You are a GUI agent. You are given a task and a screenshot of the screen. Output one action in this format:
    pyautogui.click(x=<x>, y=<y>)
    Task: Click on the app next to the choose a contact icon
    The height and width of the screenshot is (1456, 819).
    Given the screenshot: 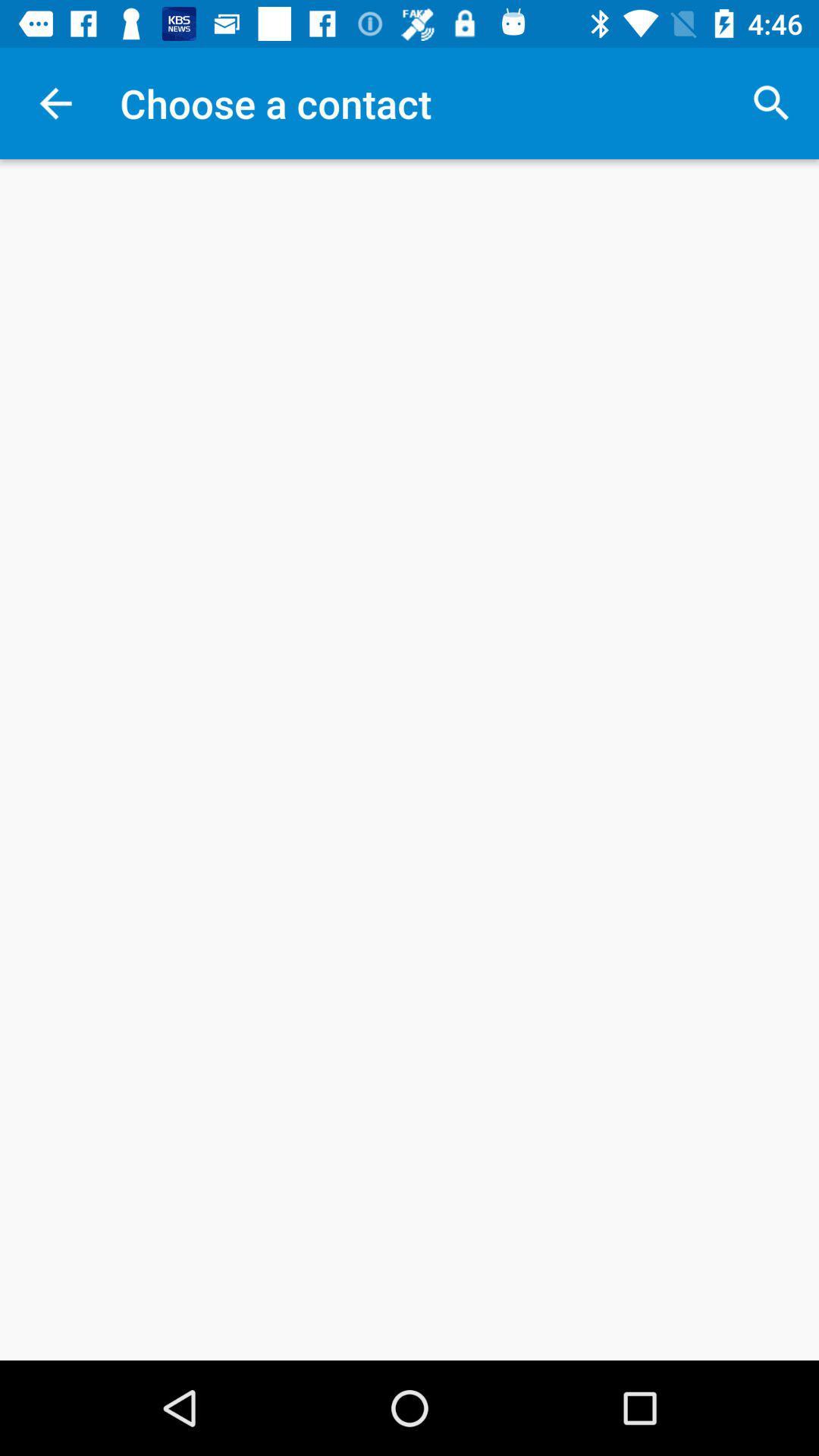 What is the action you would take?
    pyautogui.click(x=771, y=102)
    